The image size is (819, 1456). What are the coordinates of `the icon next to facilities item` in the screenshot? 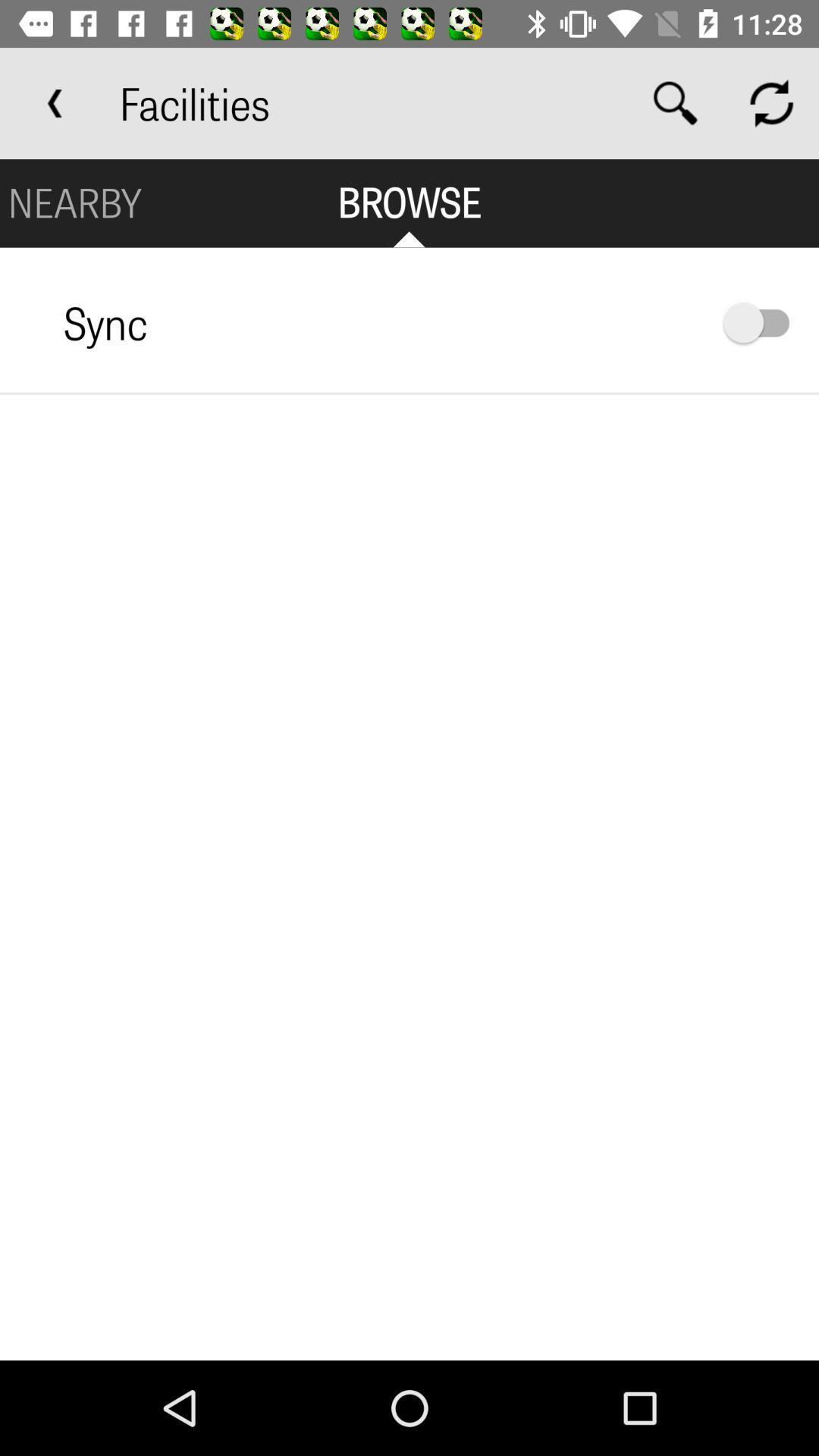 It's located at (675, 102).